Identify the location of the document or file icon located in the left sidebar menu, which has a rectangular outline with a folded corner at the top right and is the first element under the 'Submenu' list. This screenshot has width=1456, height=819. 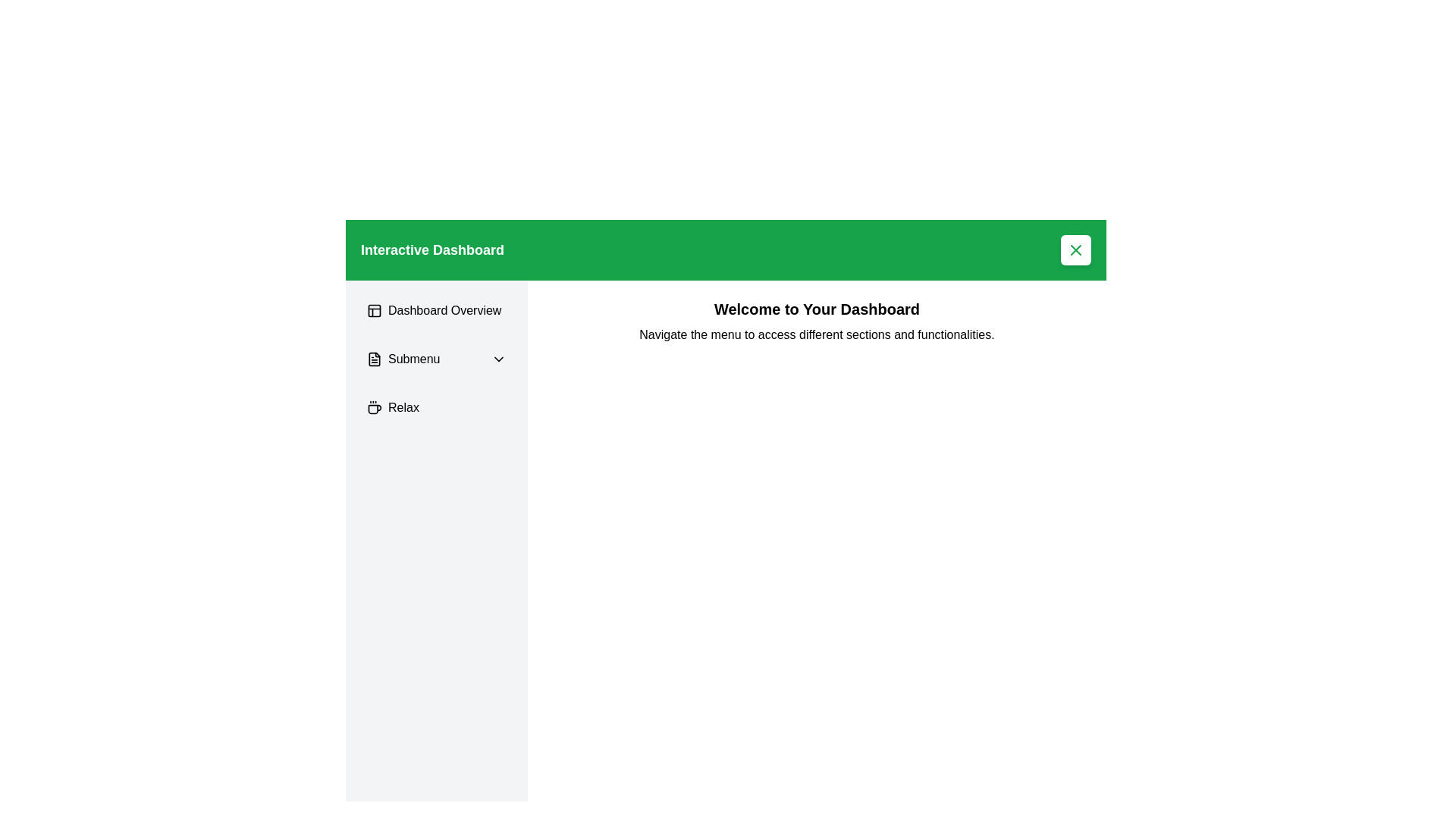
(375, 359).